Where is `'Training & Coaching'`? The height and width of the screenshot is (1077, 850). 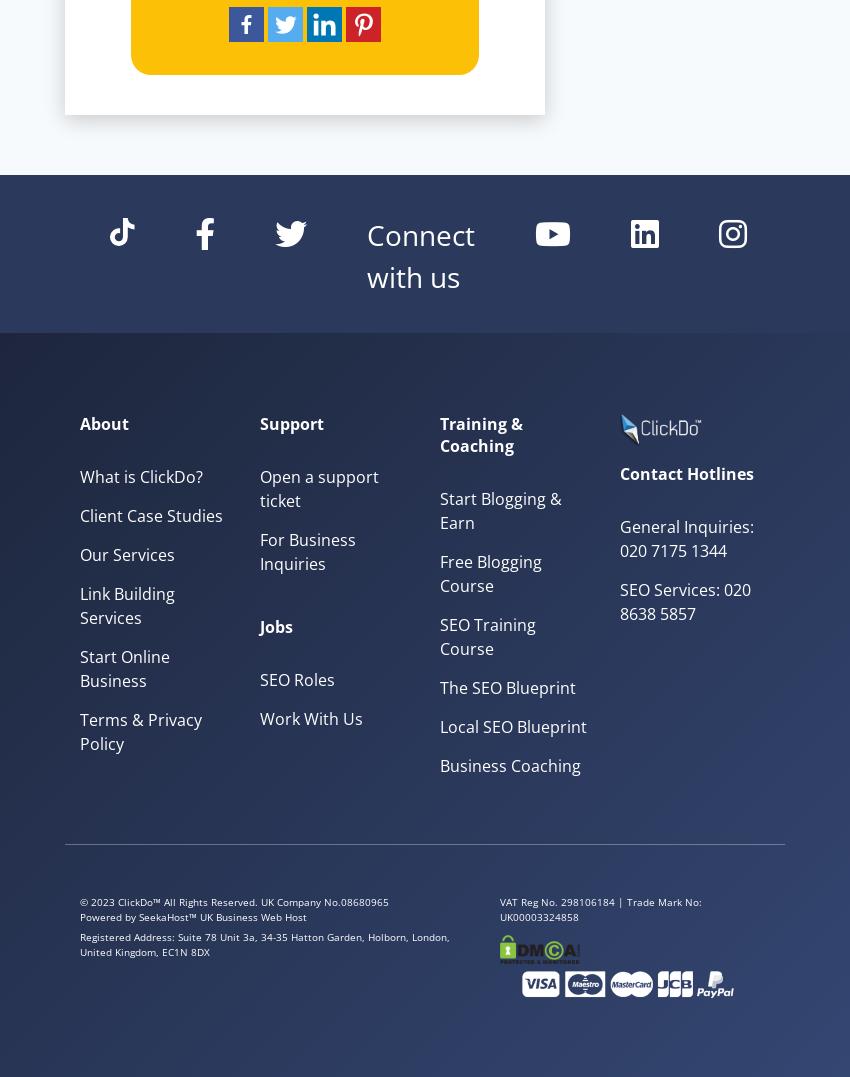
'Training & Coaching' is located at coordinates (481, 433).